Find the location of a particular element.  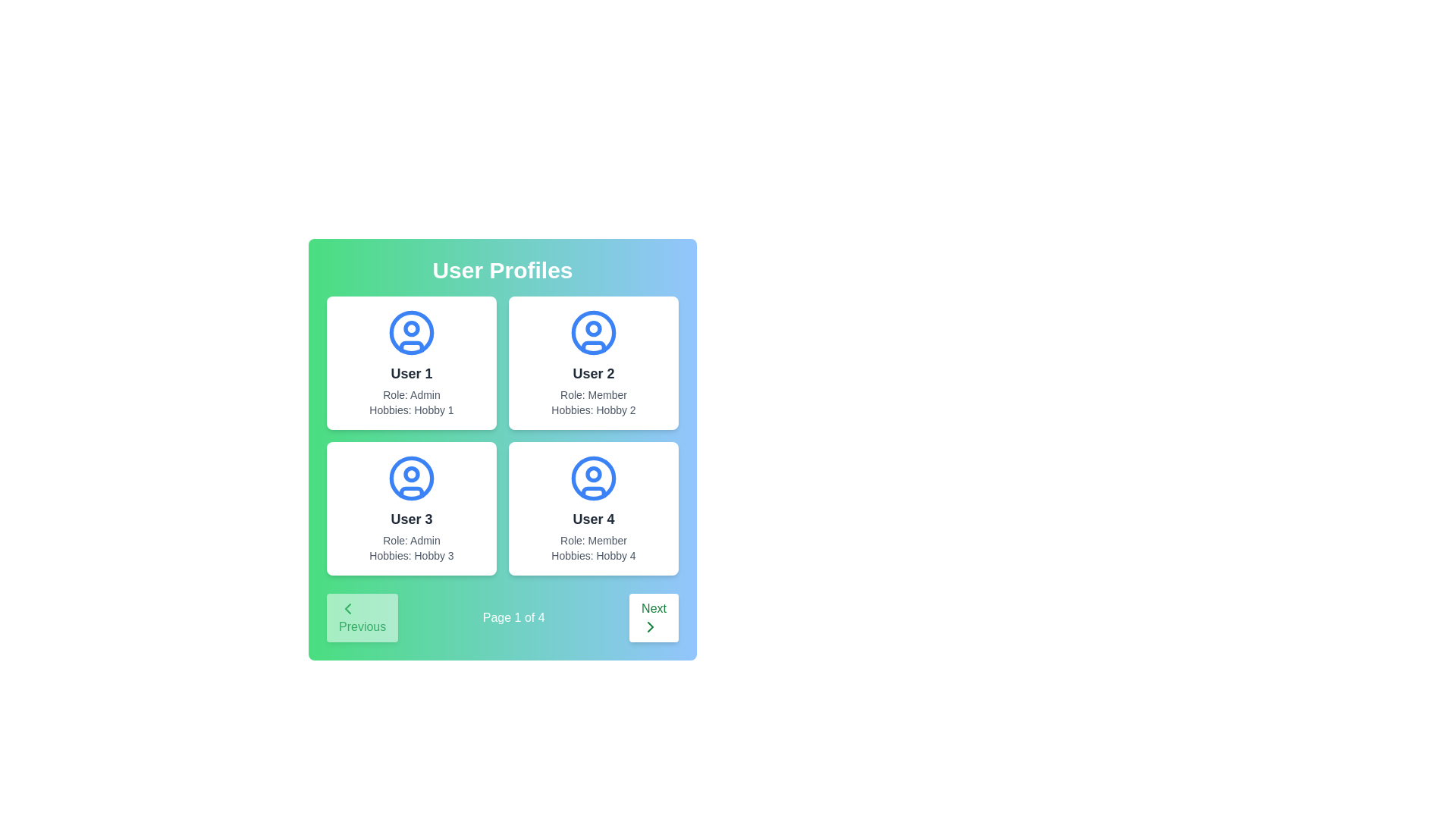

the user profile card located in the top-left corner of the grid that displays user information including name, role, and hobbies is located at coordinates (411, 362).